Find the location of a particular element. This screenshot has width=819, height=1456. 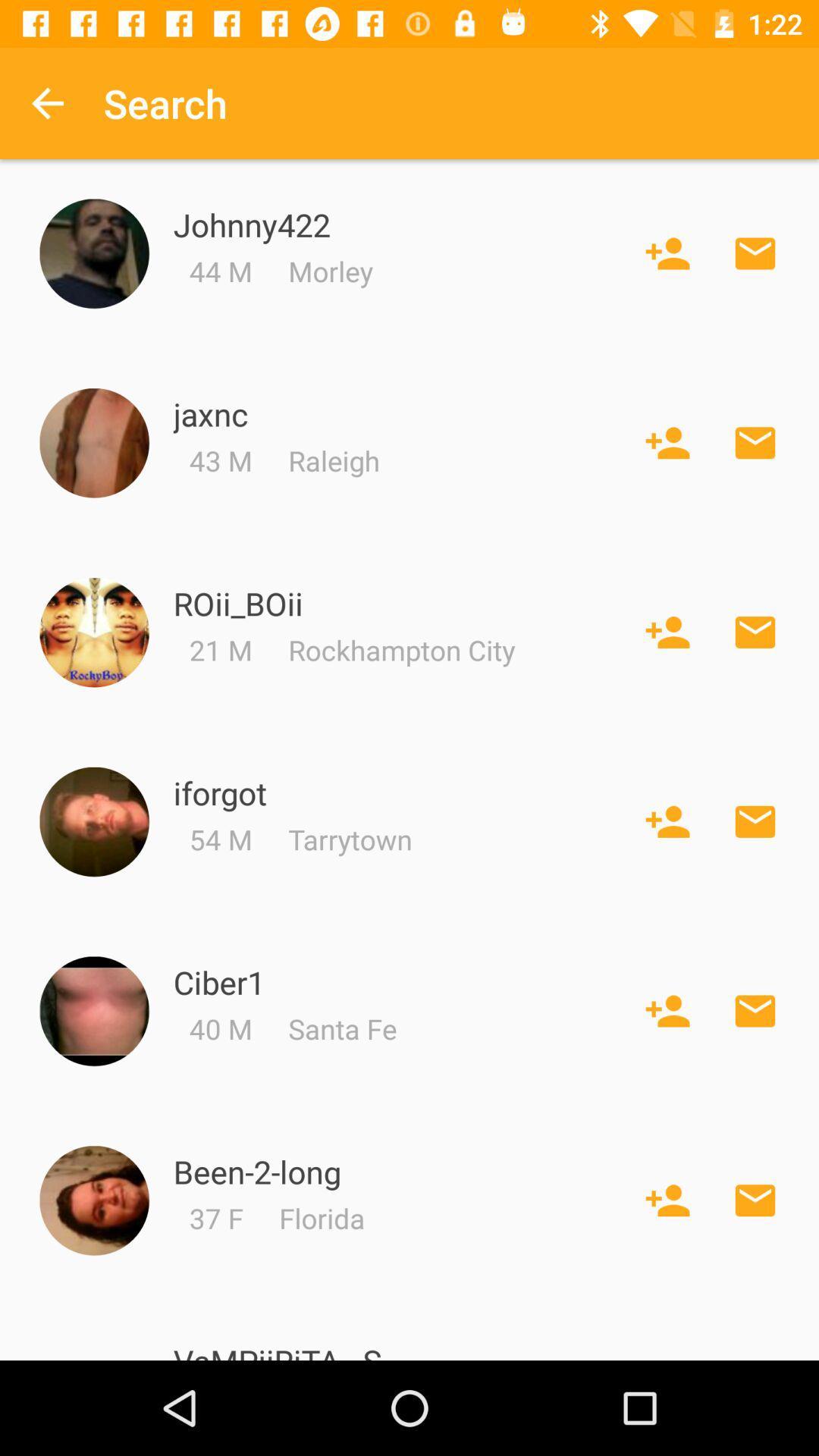

profile is located at coordinates (94, 1200).